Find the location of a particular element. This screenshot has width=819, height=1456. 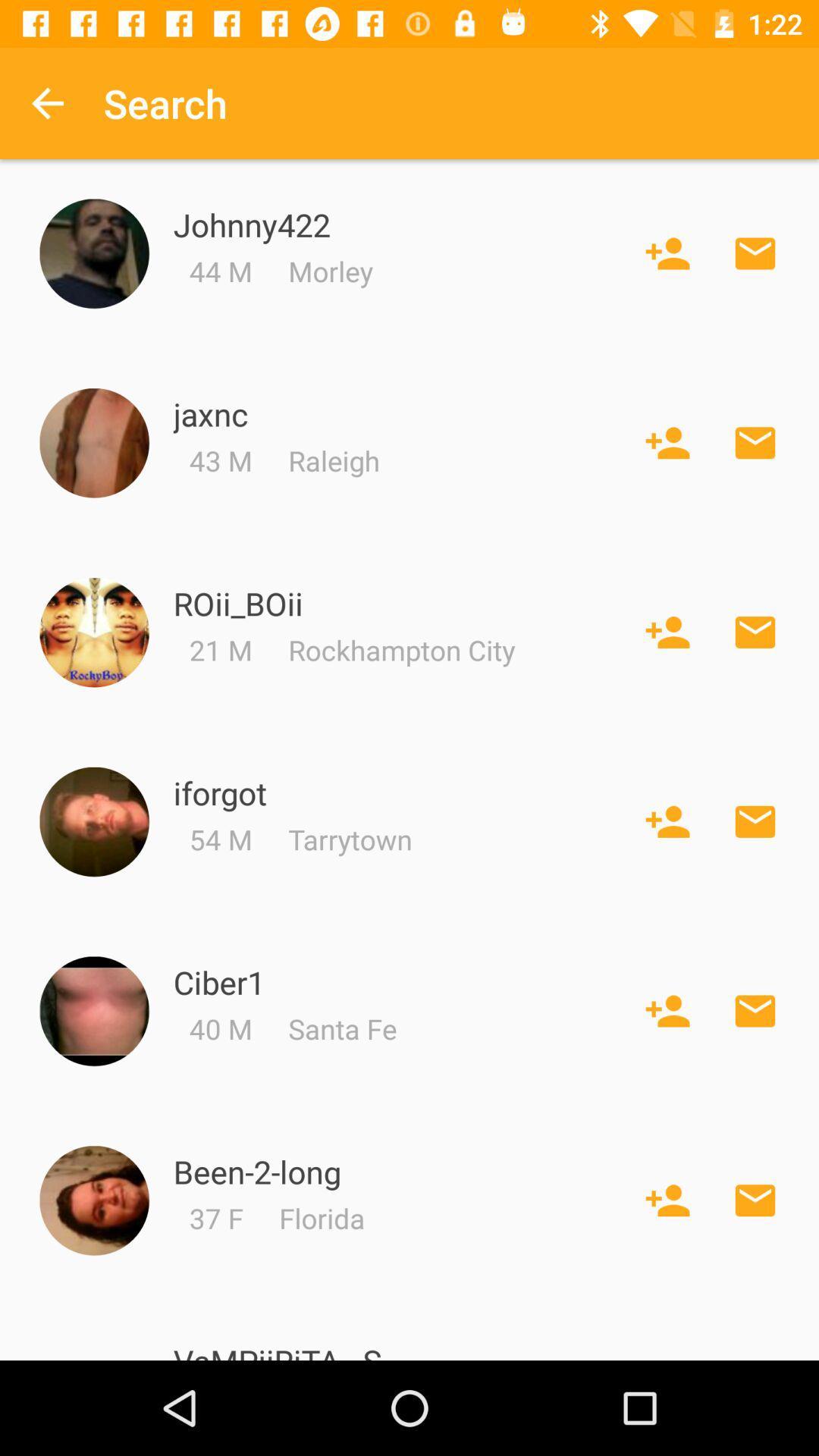

profile is located at coordinates (94, 1200).